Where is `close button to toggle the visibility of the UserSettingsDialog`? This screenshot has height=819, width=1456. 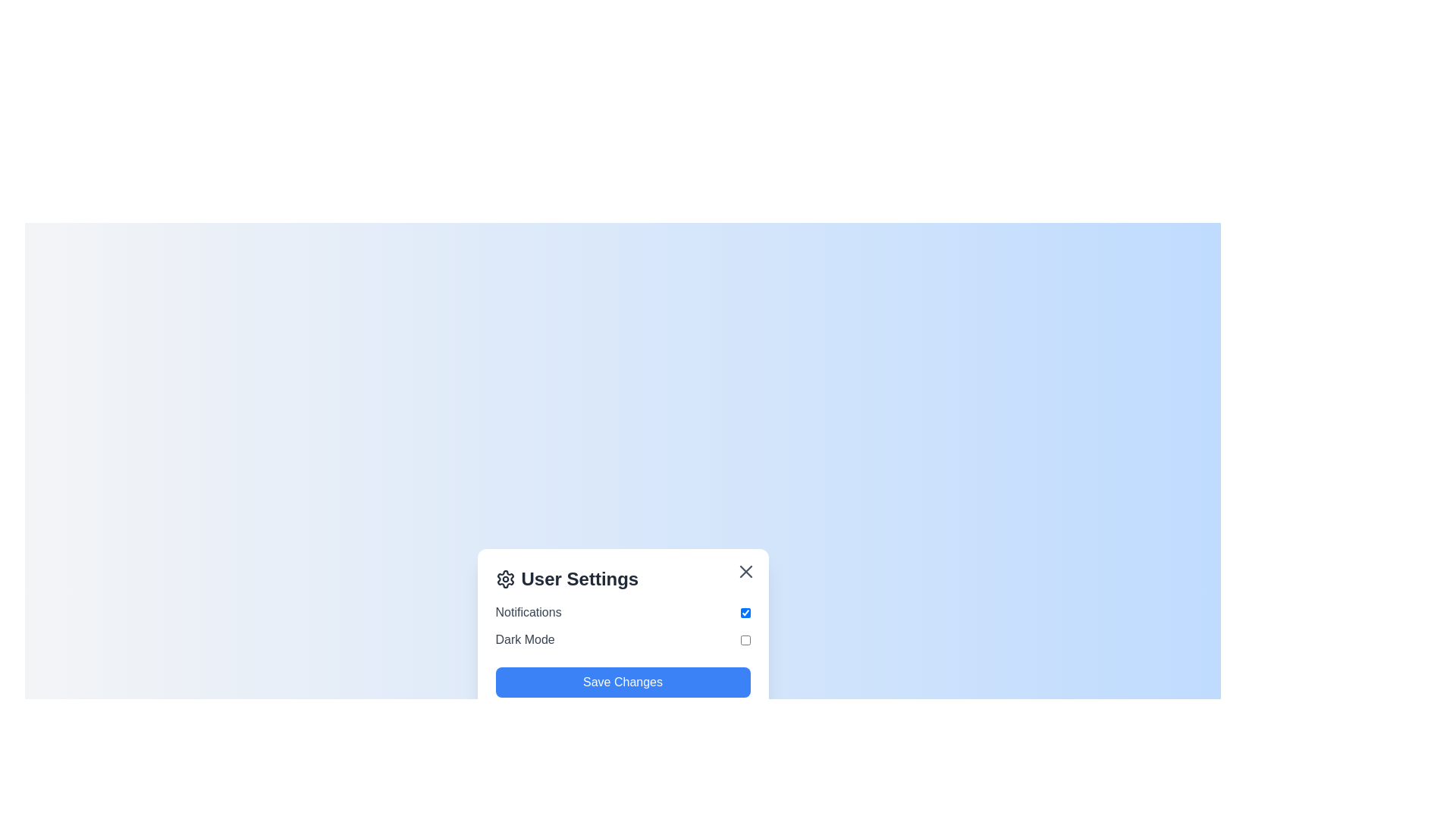 close button to toggle the visibility of the UserSettingsDialog is located at coordinates (745, 571).